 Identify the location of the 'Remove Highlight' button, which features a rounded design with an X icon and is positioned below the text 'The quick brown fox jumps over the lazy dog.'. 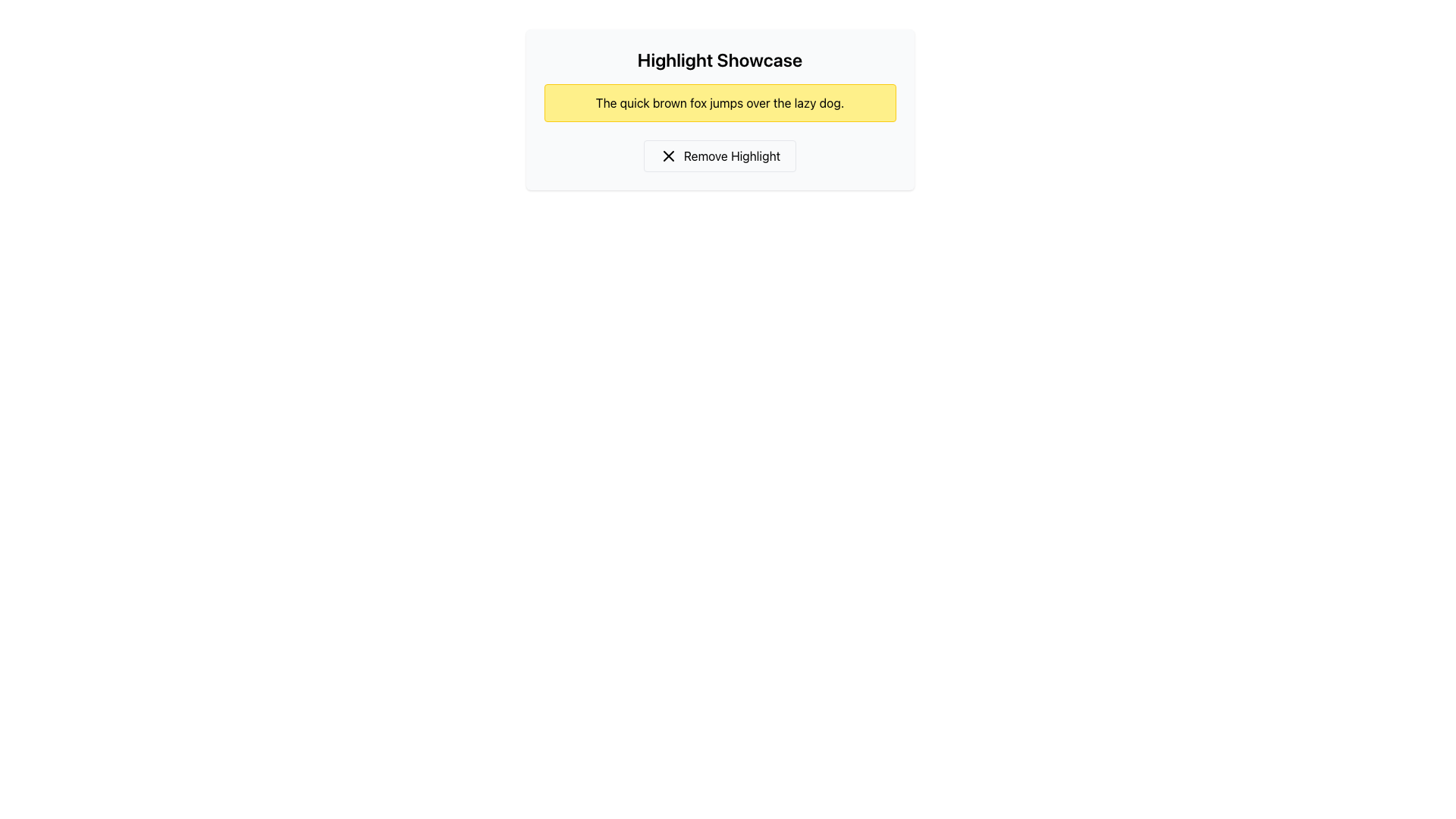
(719, 155).